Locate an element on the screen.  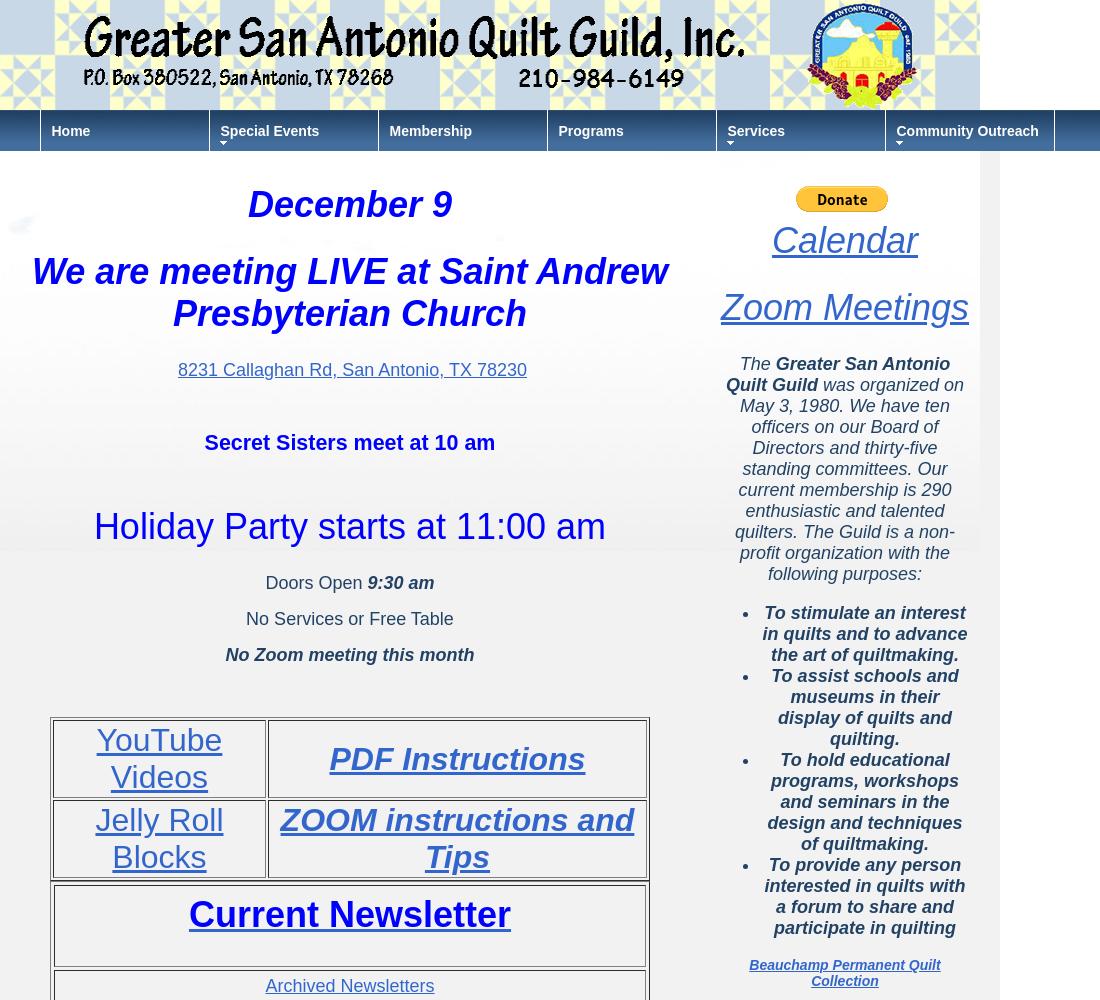
'Greater San Antonio Quilt Guild' is located at coordinates (836, 373).